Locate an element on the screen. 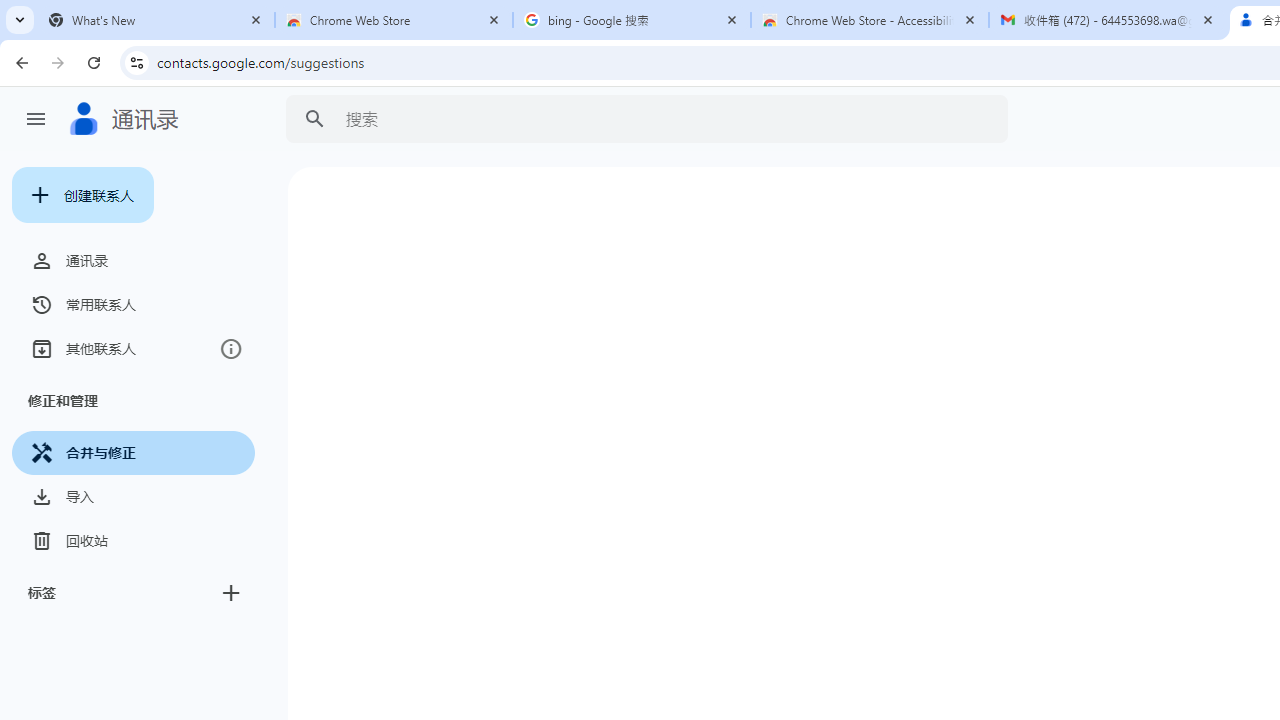 Image resolution: width=1280 pixels, height=720 pixels. 'Chrome Web Store' is located at coordinates (394, 20).